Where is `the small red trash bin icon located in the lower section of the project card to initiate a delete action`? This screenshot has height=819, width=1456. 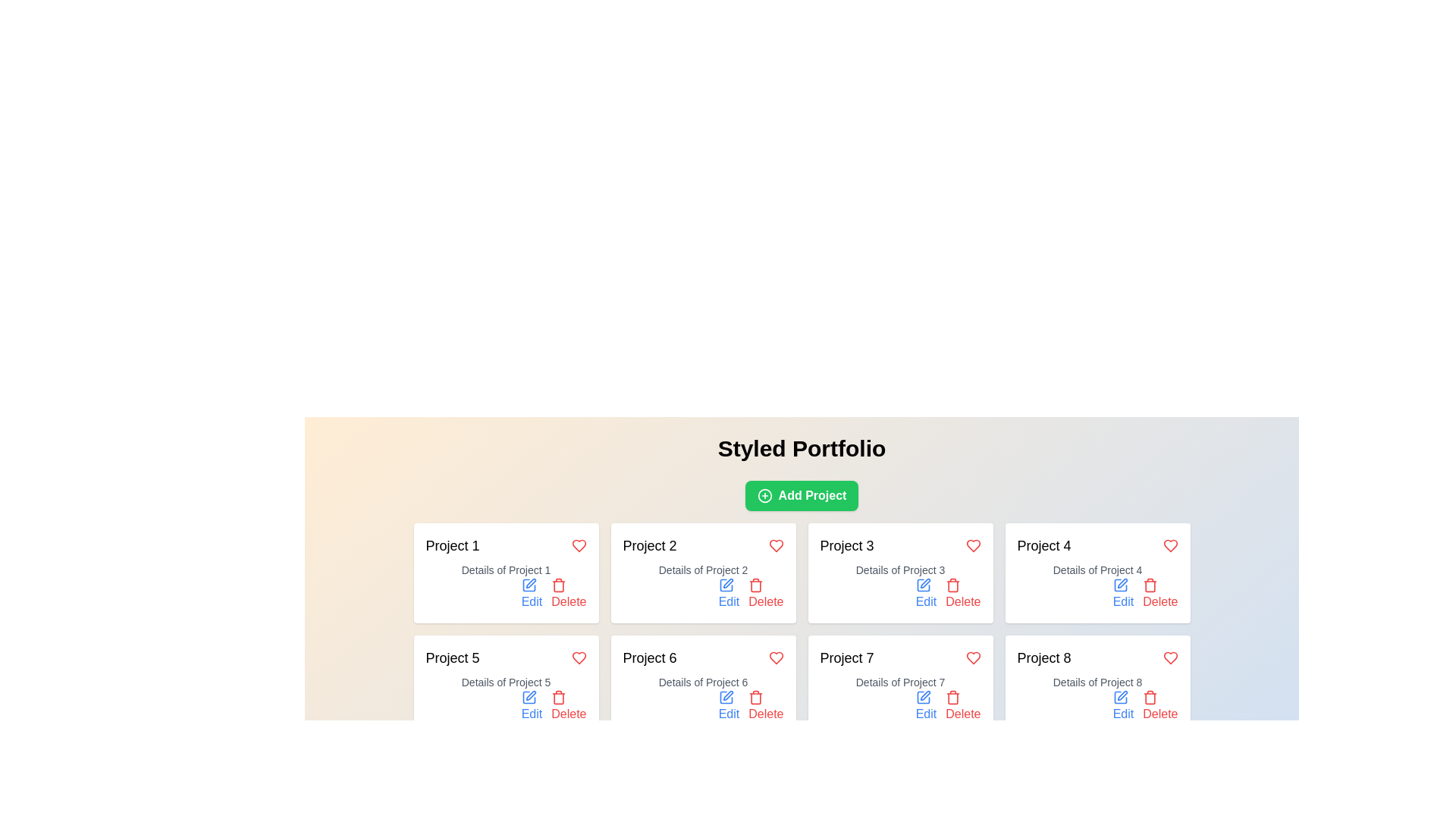
the small red trash bin icon located in the lower section of the project card to initiate a delete action is located at coordinates (558, 584).